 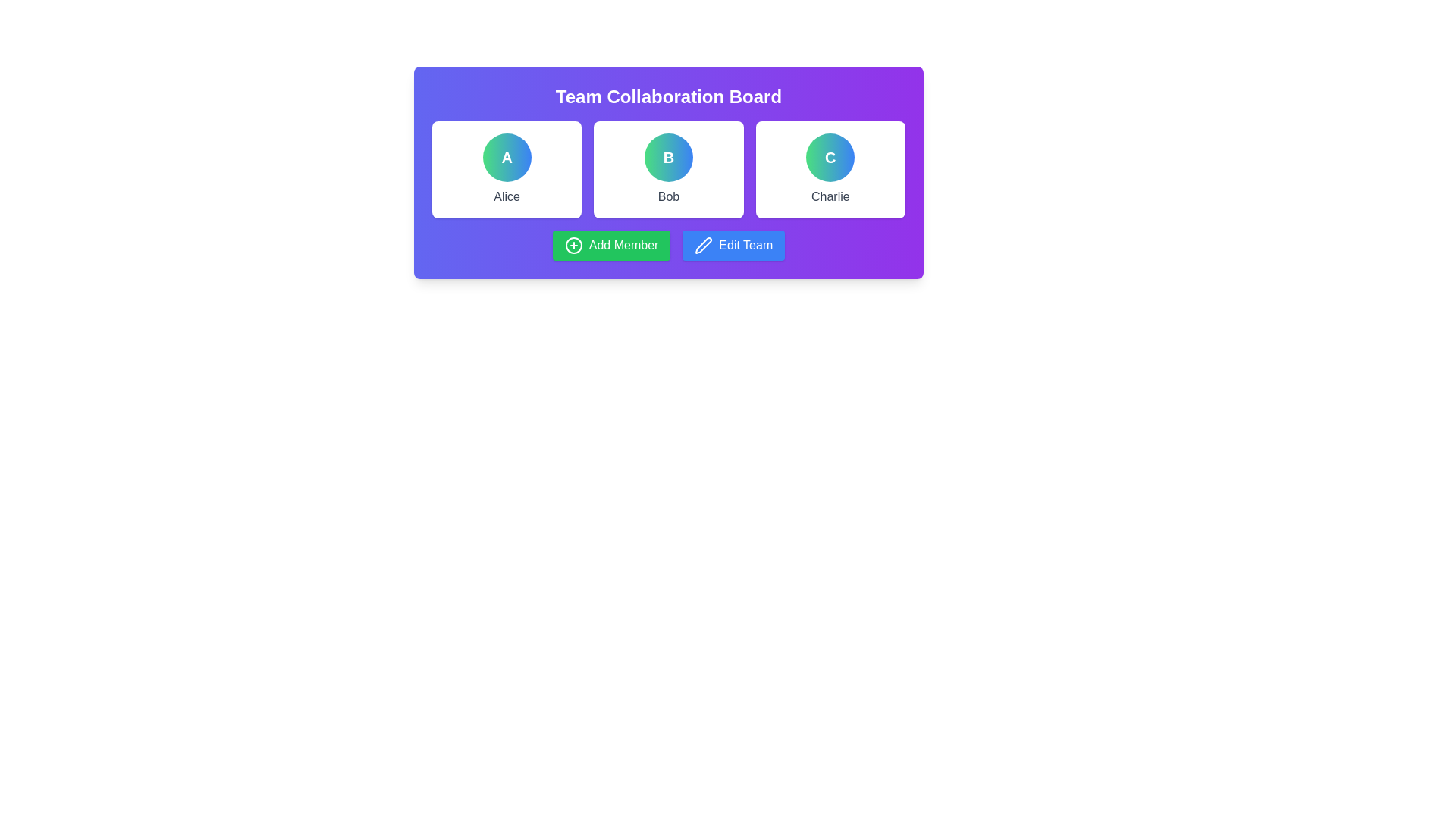 What do you see at coordinates (702, 245) in the screenshot?
I see `the 'Edit Team' button, which is indicated by an icon on the left side of the button, positioned below the user panels for 'Alice', 'Bob', and 'Charlie', and to the right of the 'Add Member' button` at bounding box center [702, 245].